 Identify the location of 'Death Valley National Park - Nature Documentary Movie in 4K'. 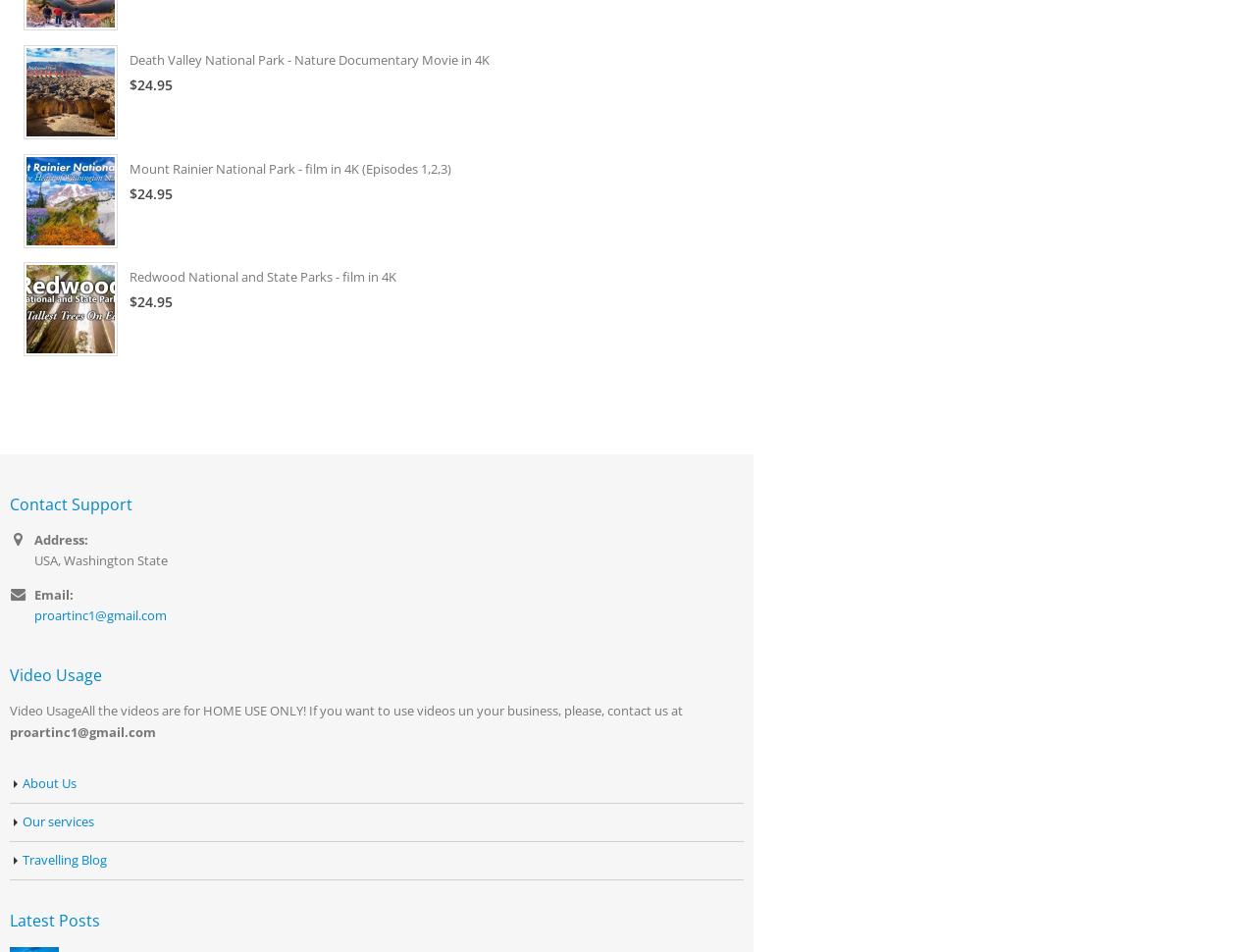
(308, 58).